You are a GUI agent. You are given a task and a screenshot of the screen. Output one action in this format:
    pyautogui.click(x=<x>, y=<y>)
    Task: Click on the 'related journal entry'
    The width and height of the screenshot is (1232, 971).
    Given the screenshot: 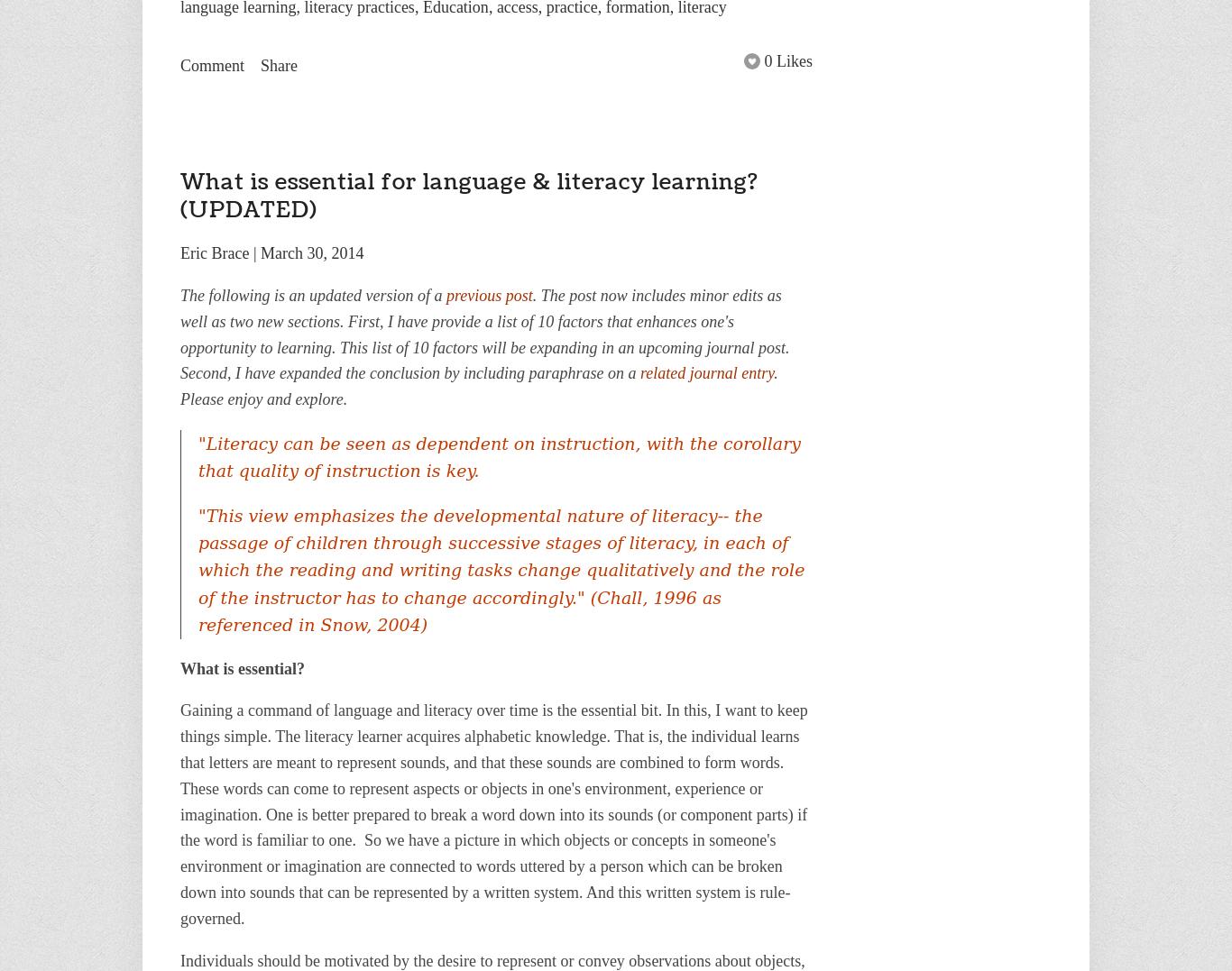 What is the action you would take?
    pyautogui.click(x=706, y=372)
    